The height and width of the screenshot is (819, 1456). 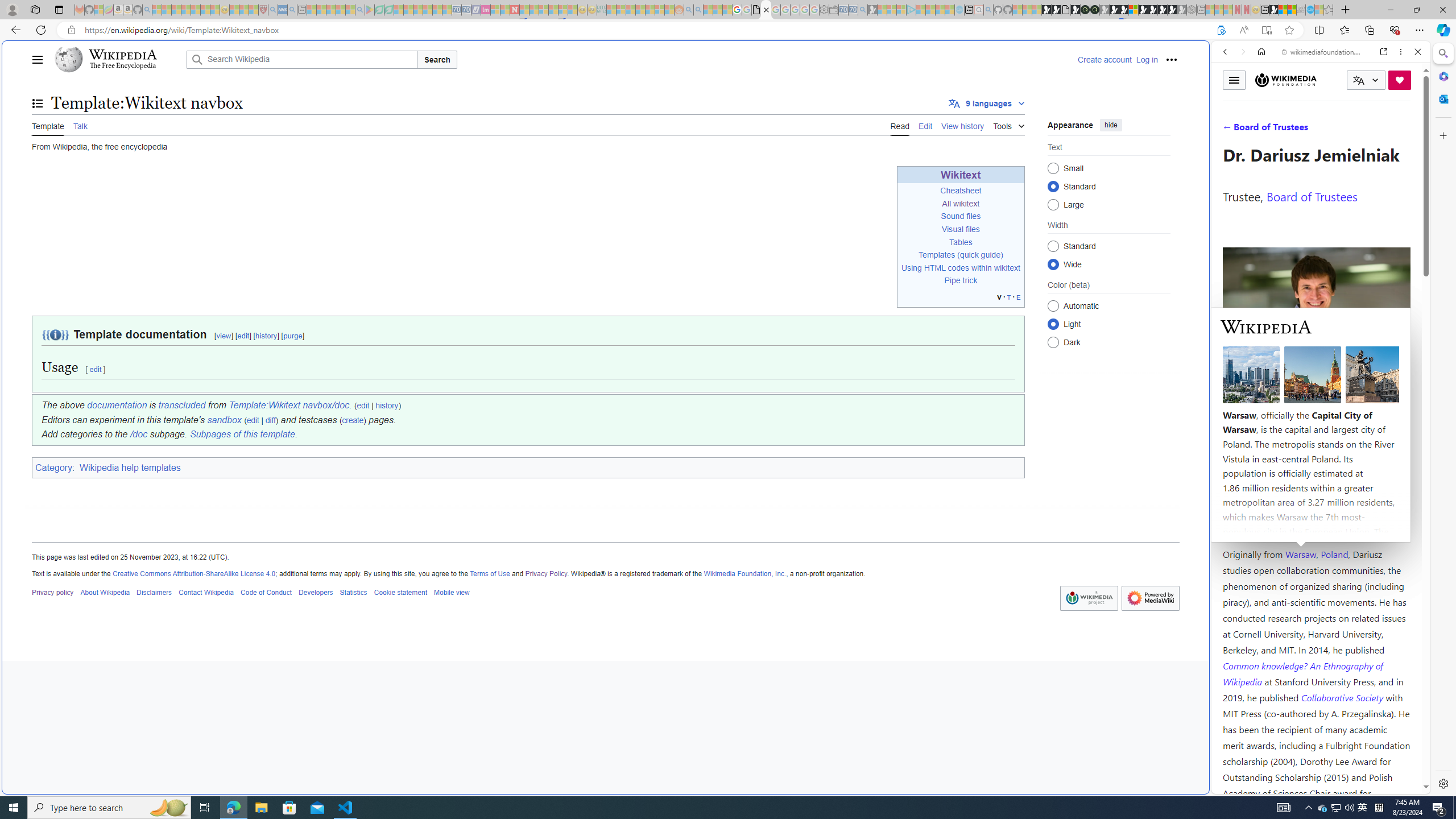 What do you see at coordinates (1053, 204) in the screenshot?
I see `'Large'` at bounding box center [1053, 204].